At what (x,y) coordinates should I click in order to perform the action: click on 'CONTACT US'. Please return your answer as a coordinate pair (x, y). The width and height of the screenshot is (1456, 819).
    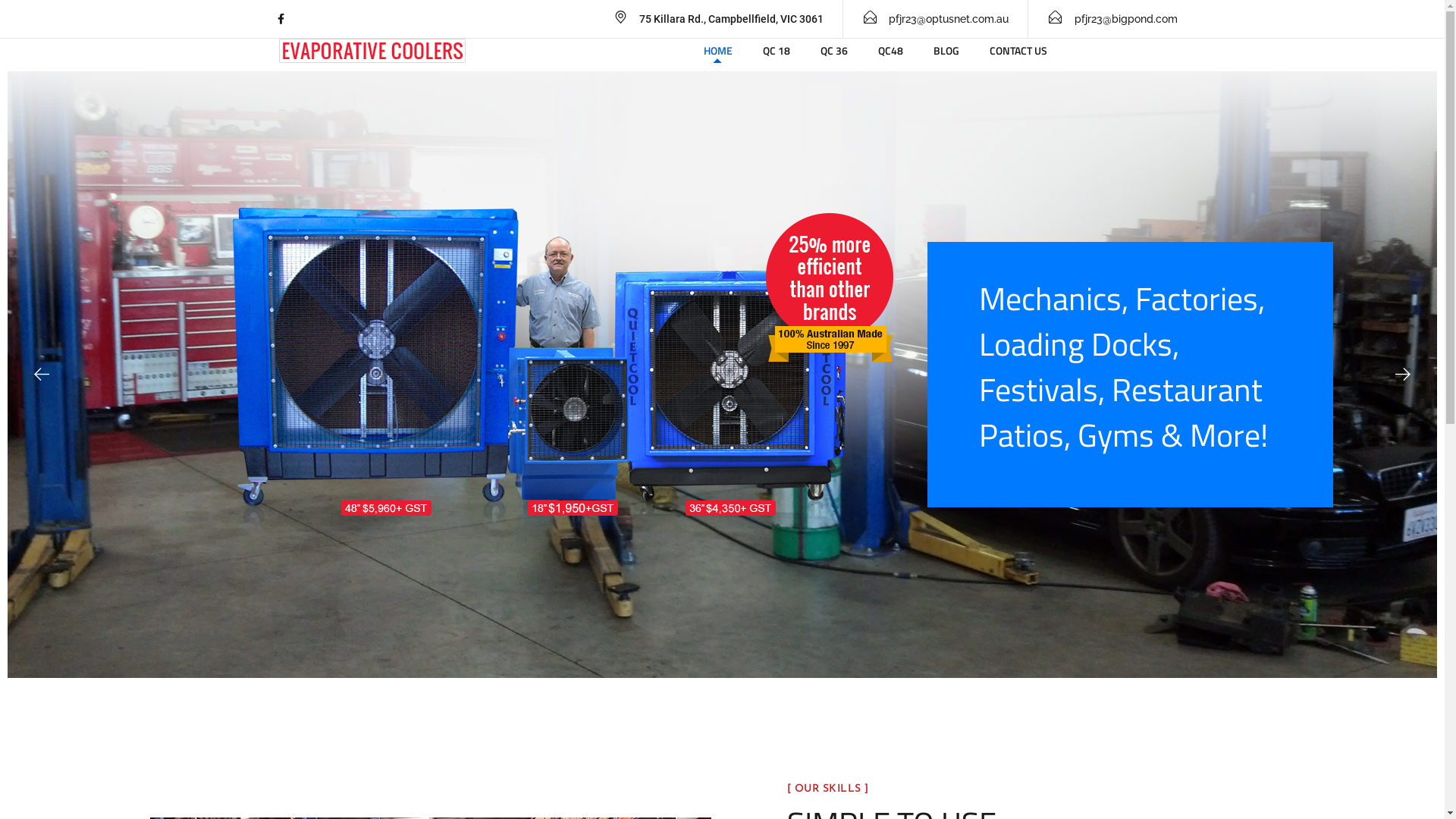
    Looking at the image, I should click on (990, 49).